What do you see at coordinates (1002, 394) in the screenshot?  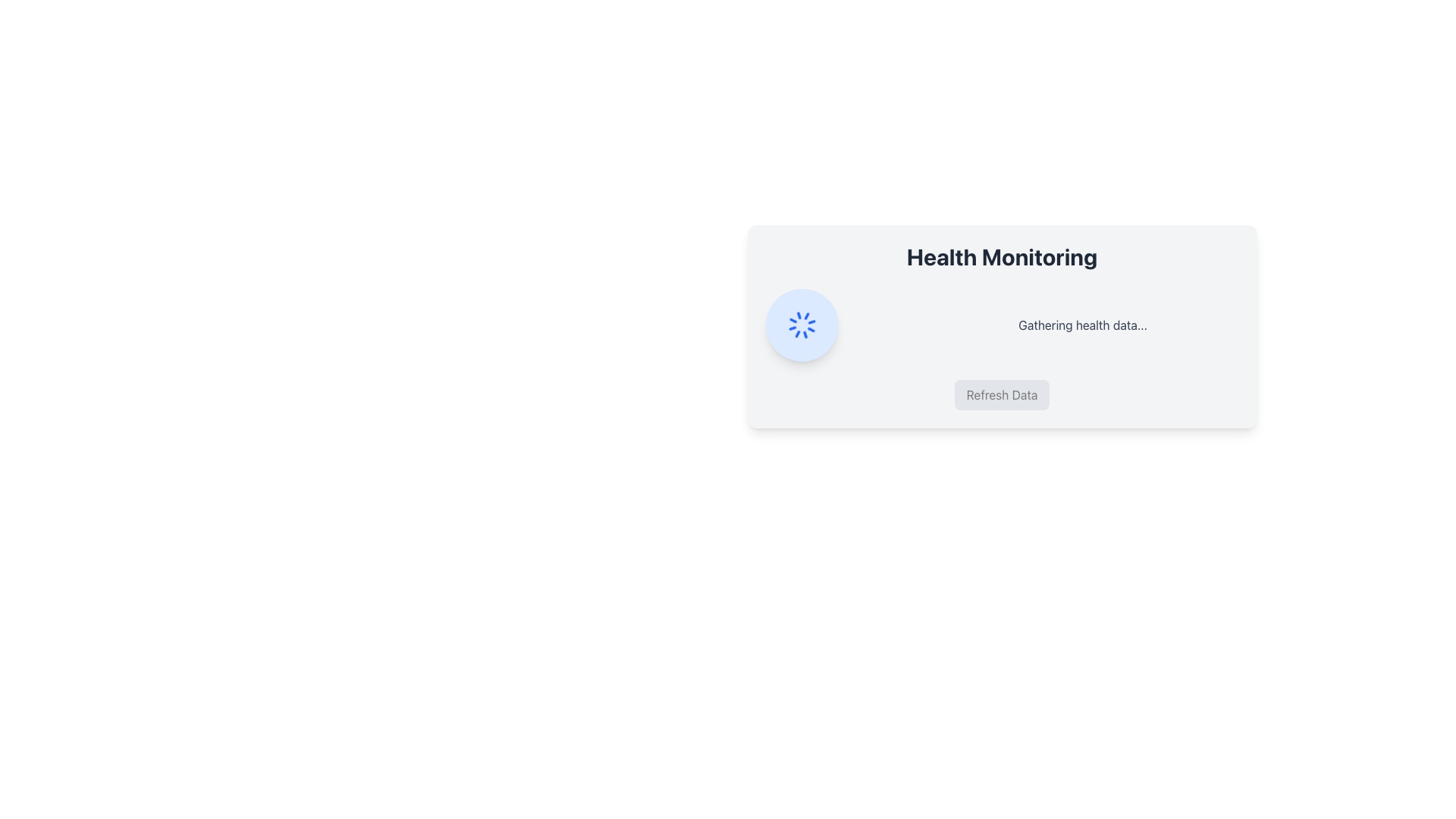 I see `the refresh button located at the bottom-right of the 'Health Monitoring' card to refresh the displayed data` at bounding box center [1002, 394].